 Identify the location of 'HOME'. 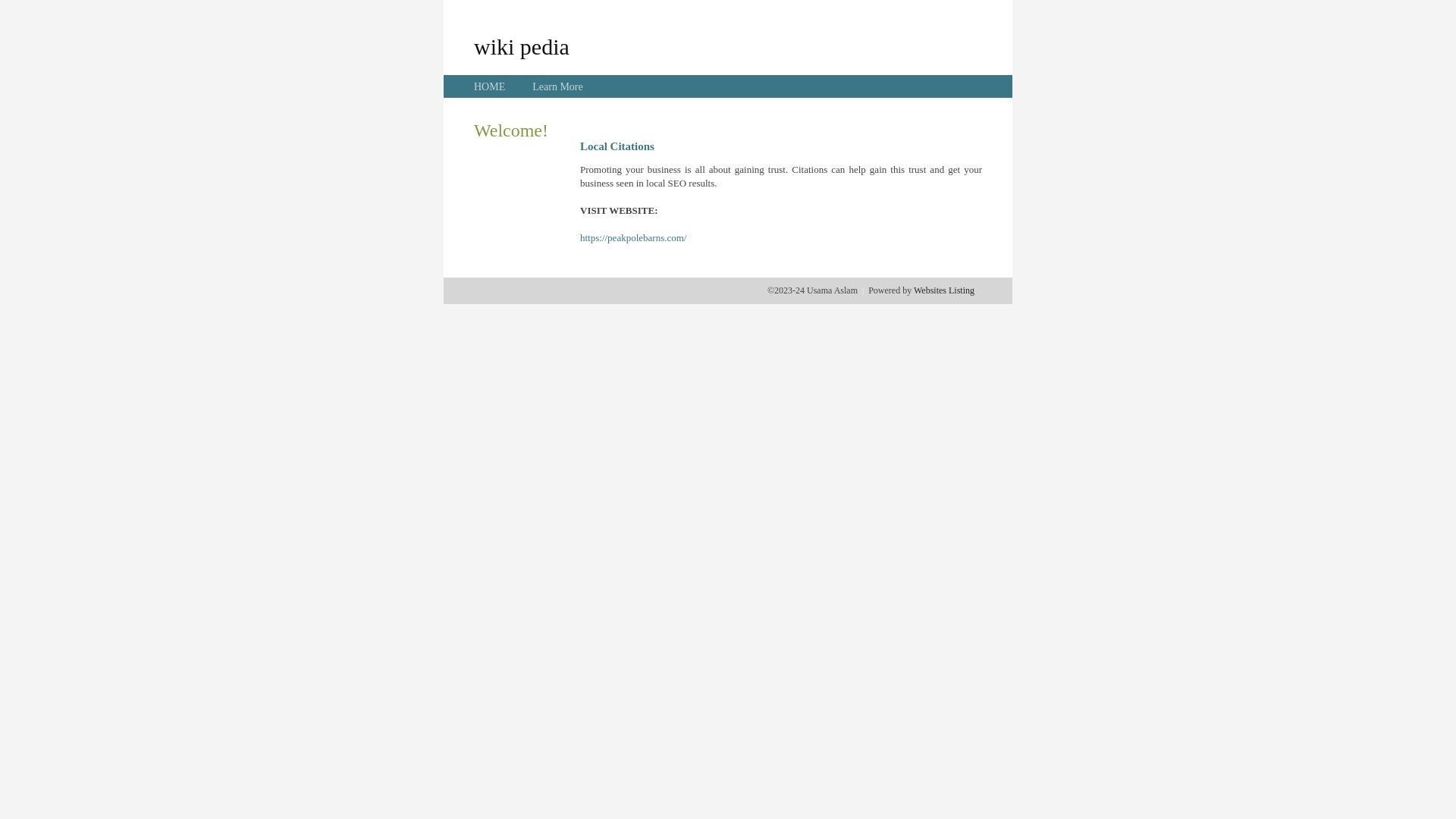
(489, 86).